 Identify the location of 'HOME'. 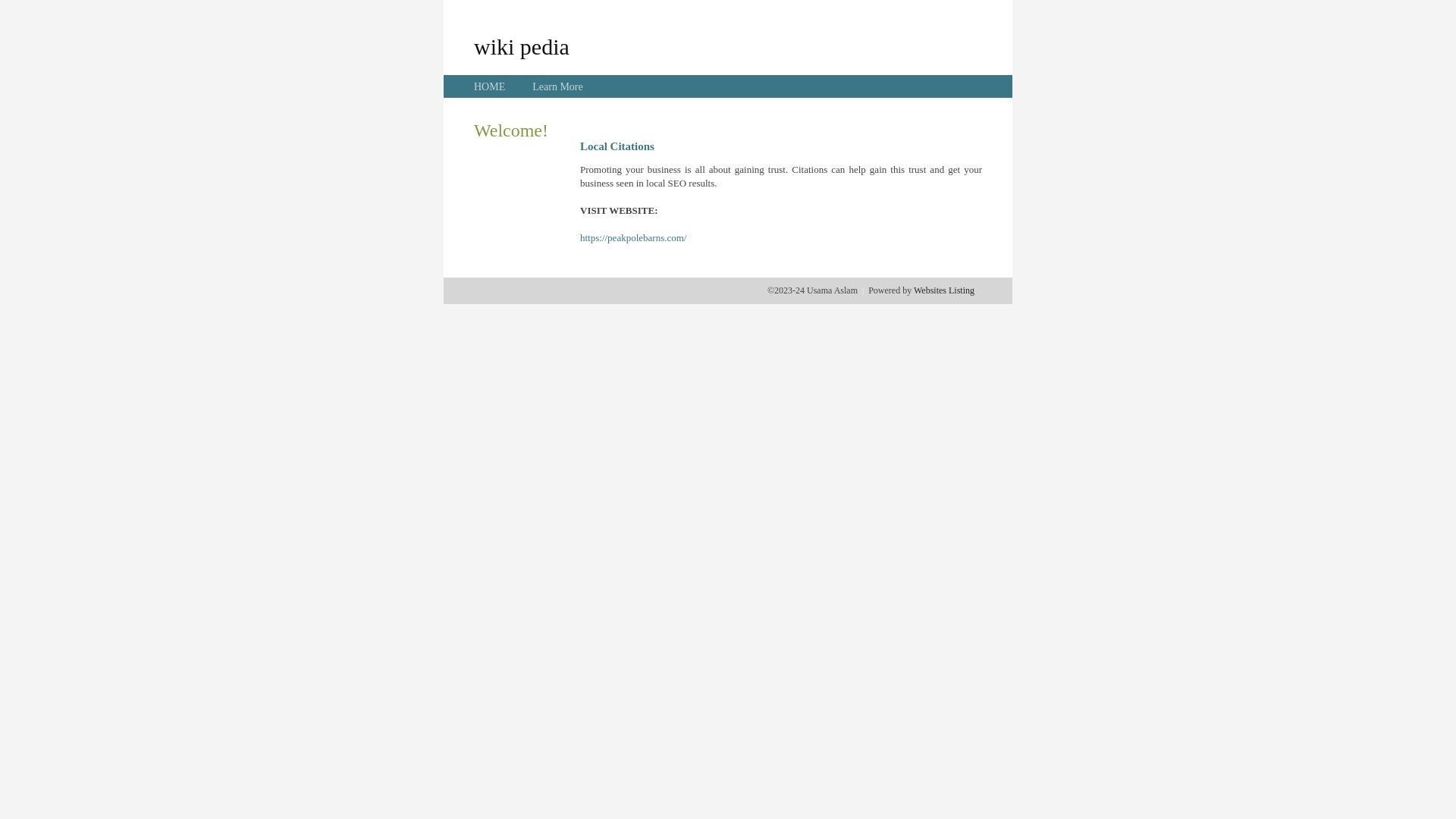
(489, 86).